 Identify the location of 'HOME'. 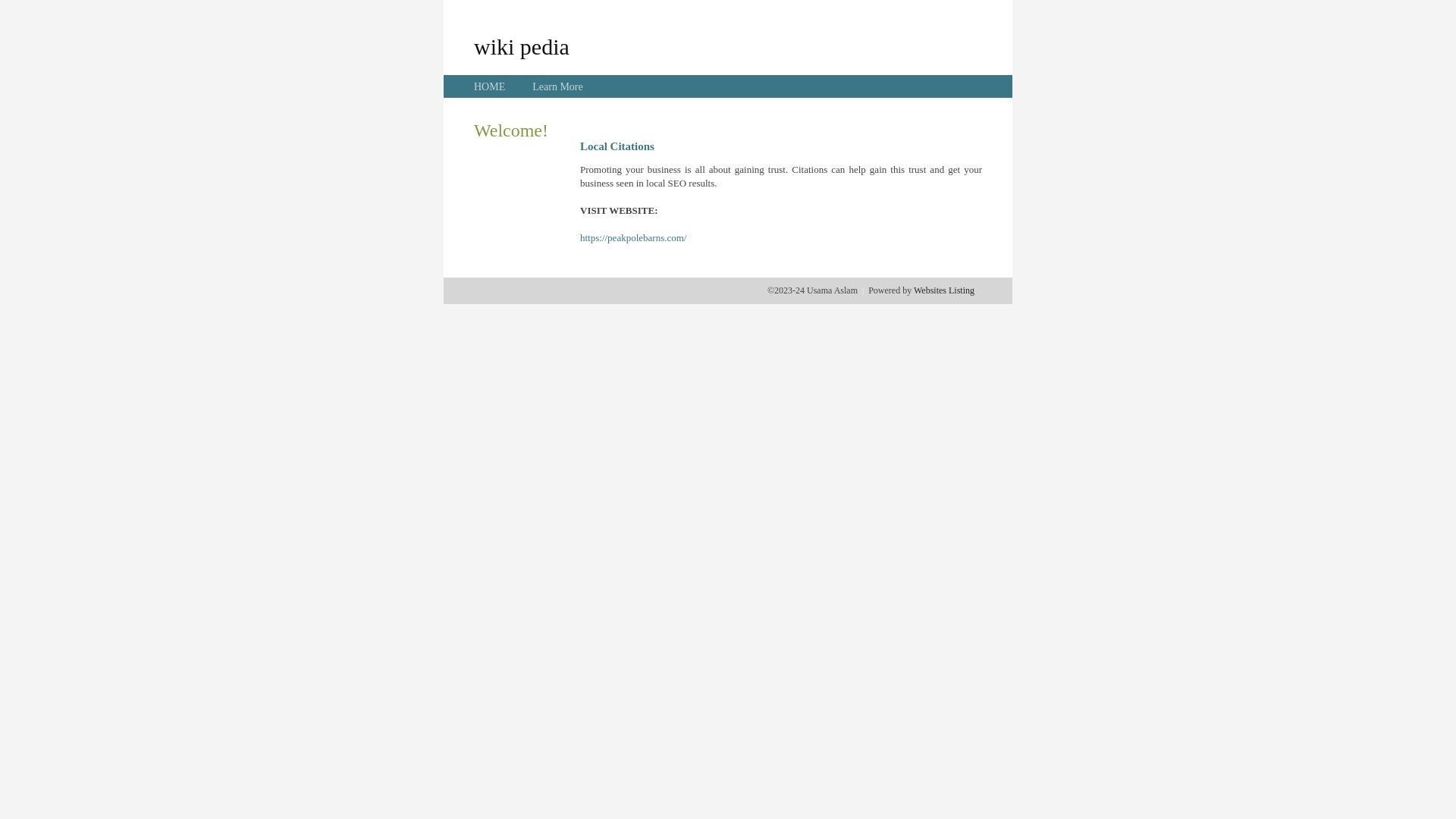
(489, 86).